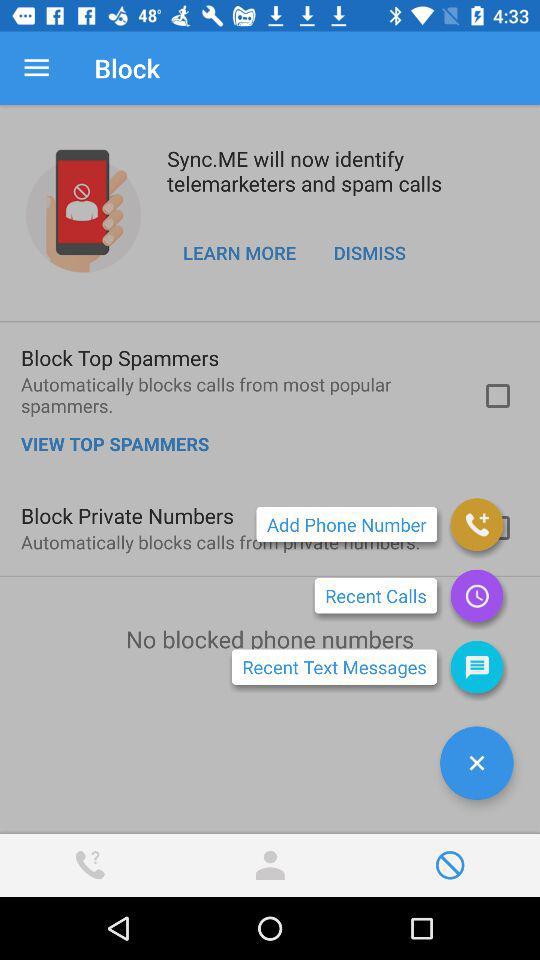 The height and width of the screenshot is (960, 540). What do you see at coordinates (475, 667) in the screenshot?
I see `the chat icon` at bounding box center [475, 667].